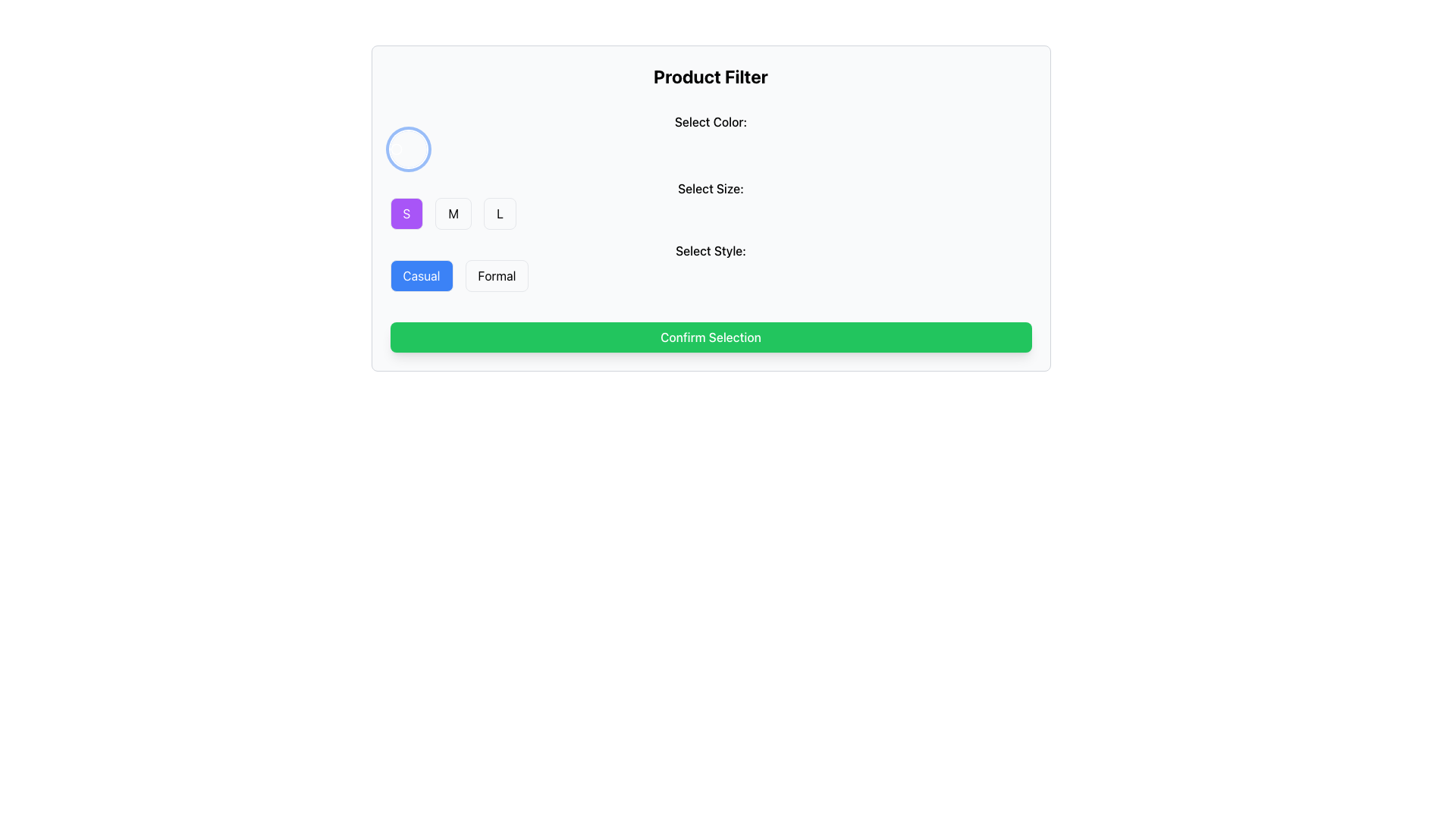  Describe the element at coordinates (456, 149) in the screenshot. I see `the middle circular button in the color selection row` at that location.